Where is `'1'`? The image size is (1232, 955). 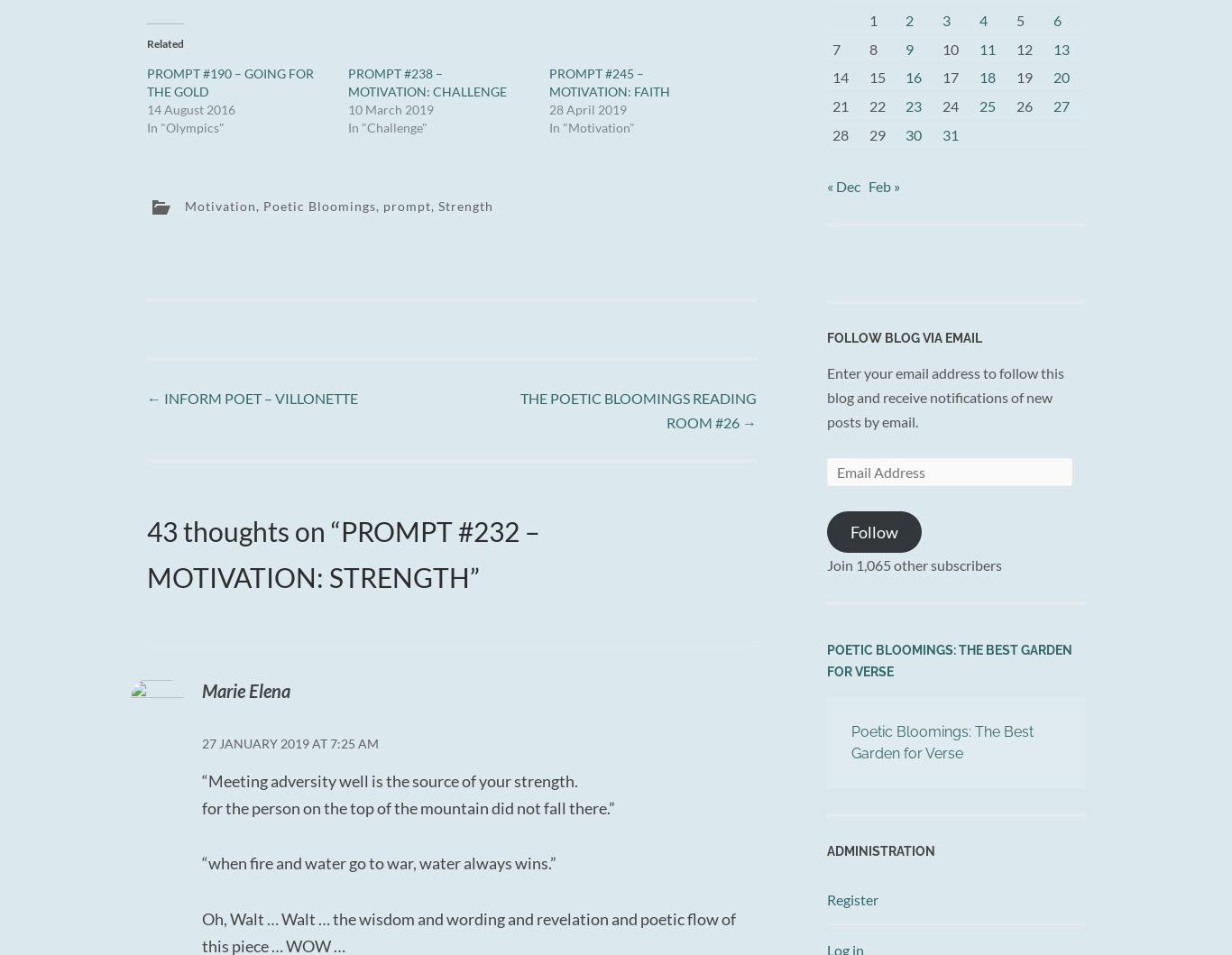 '1' is located at coordinates (869, 20).